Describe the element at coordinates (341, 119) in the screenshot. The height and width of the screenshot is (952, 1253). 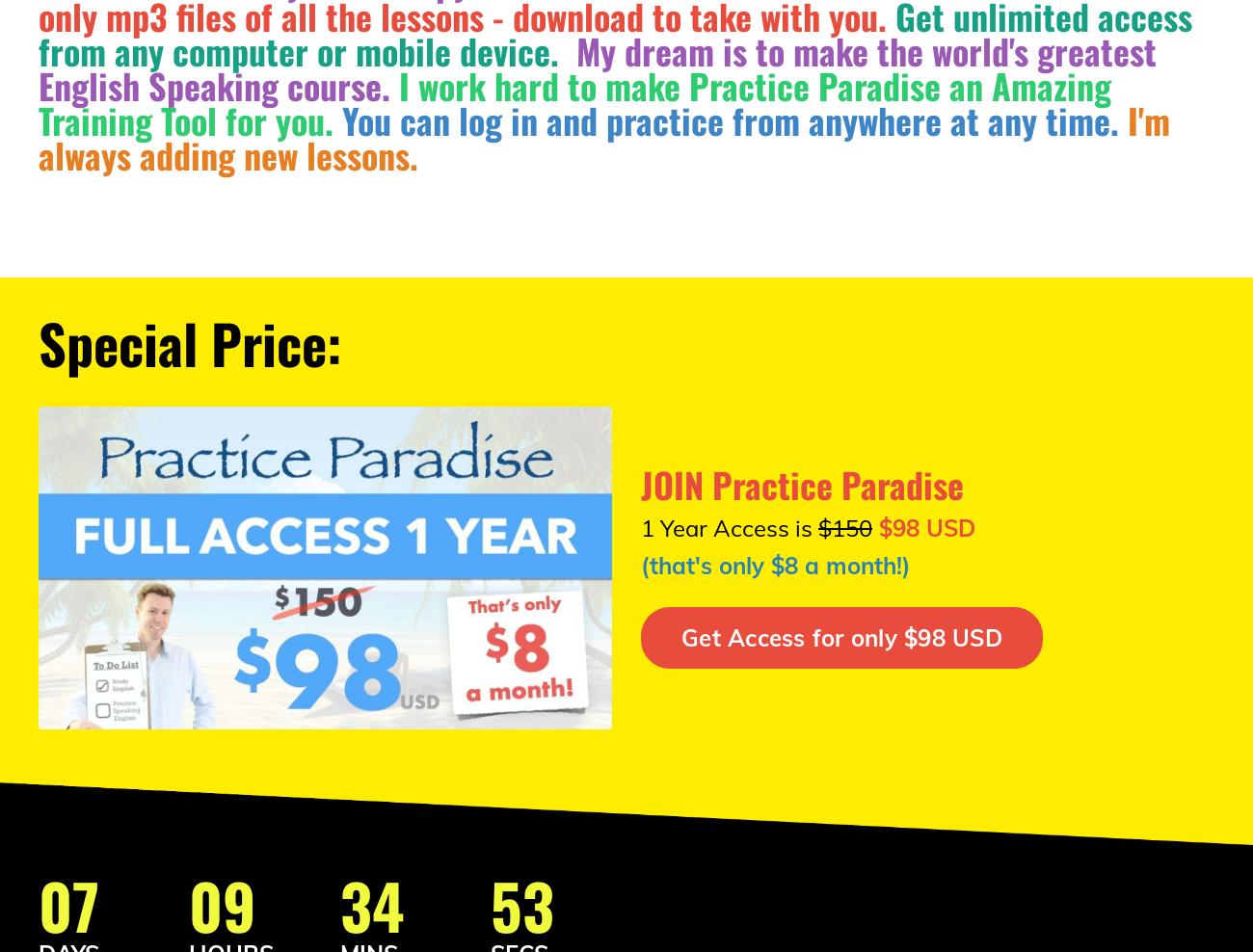
I see `'You can log in and practice from anywhere at any time.'` at that location.